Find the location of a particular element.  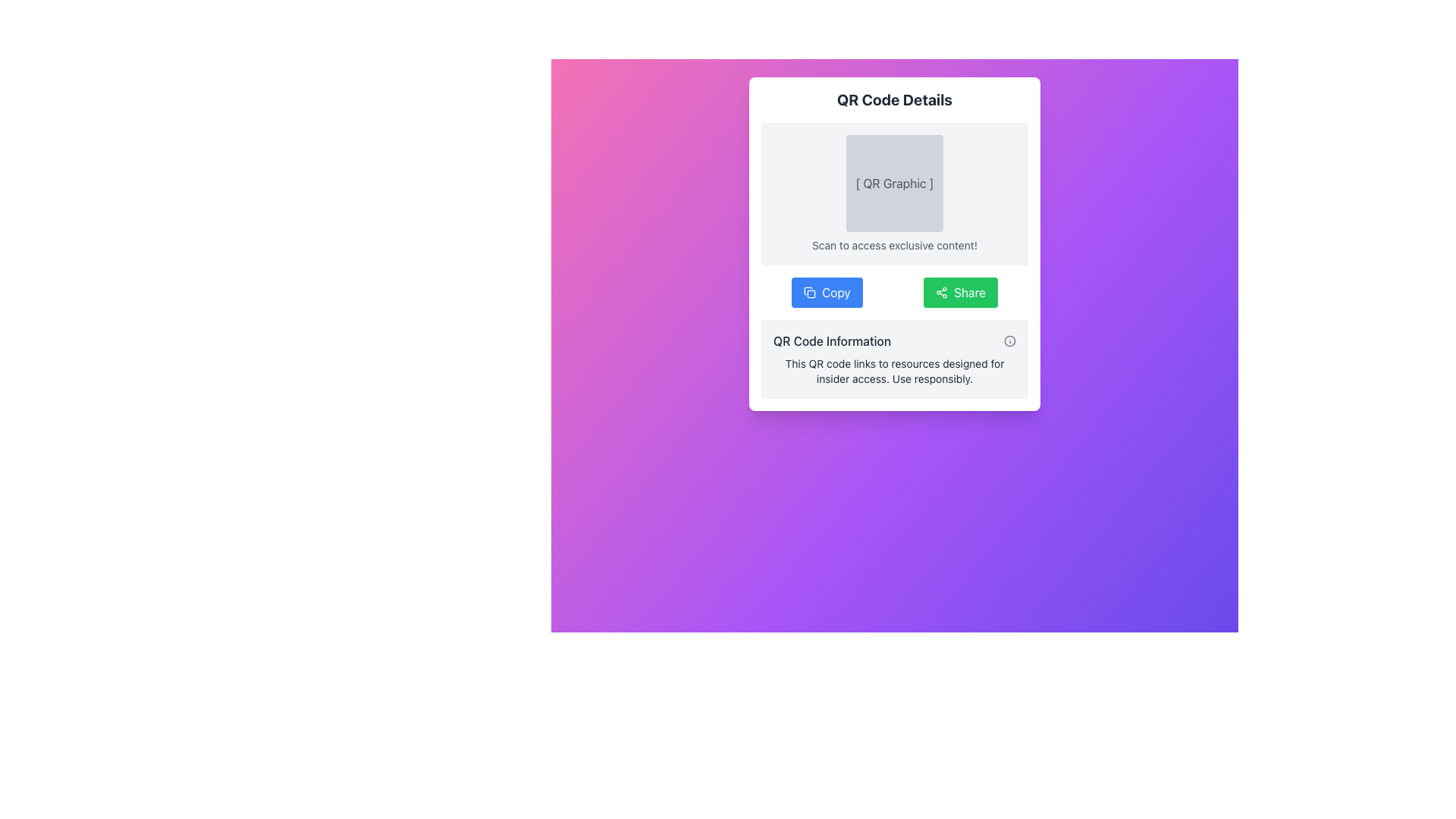

the first button on the left within the card-like section to copy the associated content is located at coordinates (826, 292).